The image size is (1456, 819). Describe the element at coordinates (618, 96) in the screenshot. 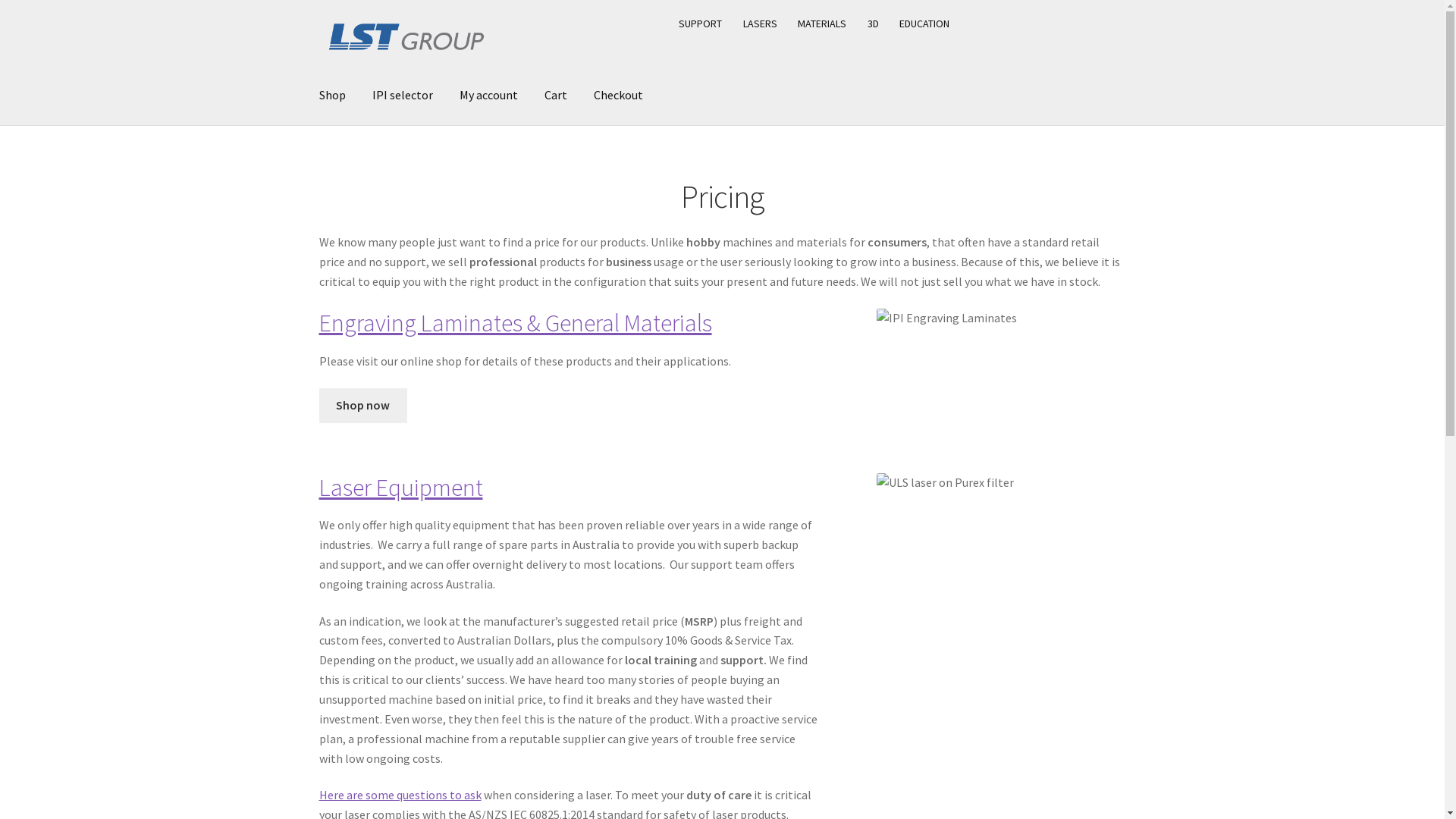

I see `'Checkout'` at that location.